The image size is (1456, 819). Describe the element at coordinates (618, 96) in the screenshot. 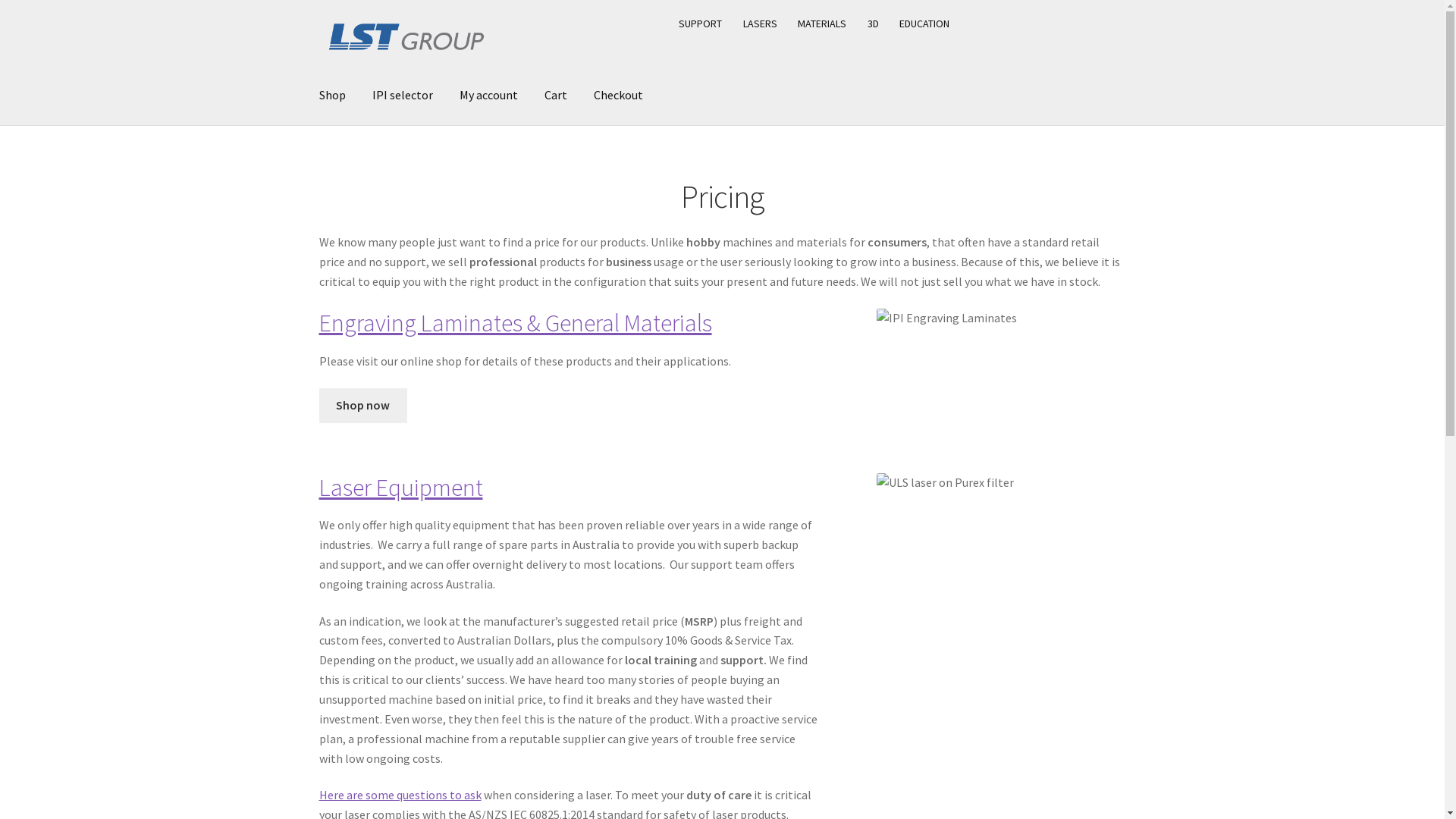

I see `'Checkout'` at that location.